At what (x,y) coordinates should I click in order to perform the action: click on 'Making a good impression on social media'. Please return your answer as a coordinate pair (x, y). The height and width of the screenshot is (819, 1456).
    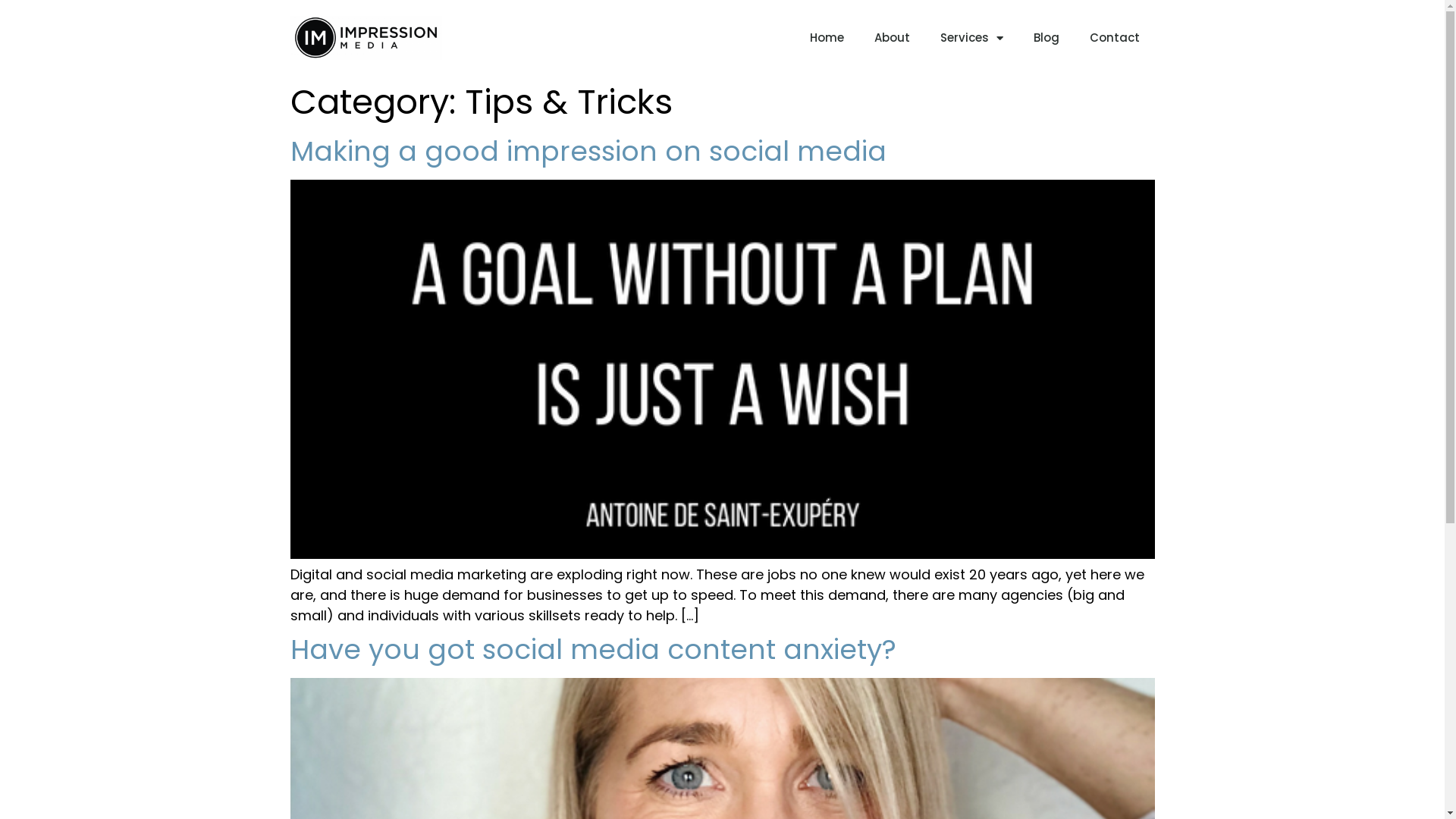
    Looking at the image, I should click on (586, 151).